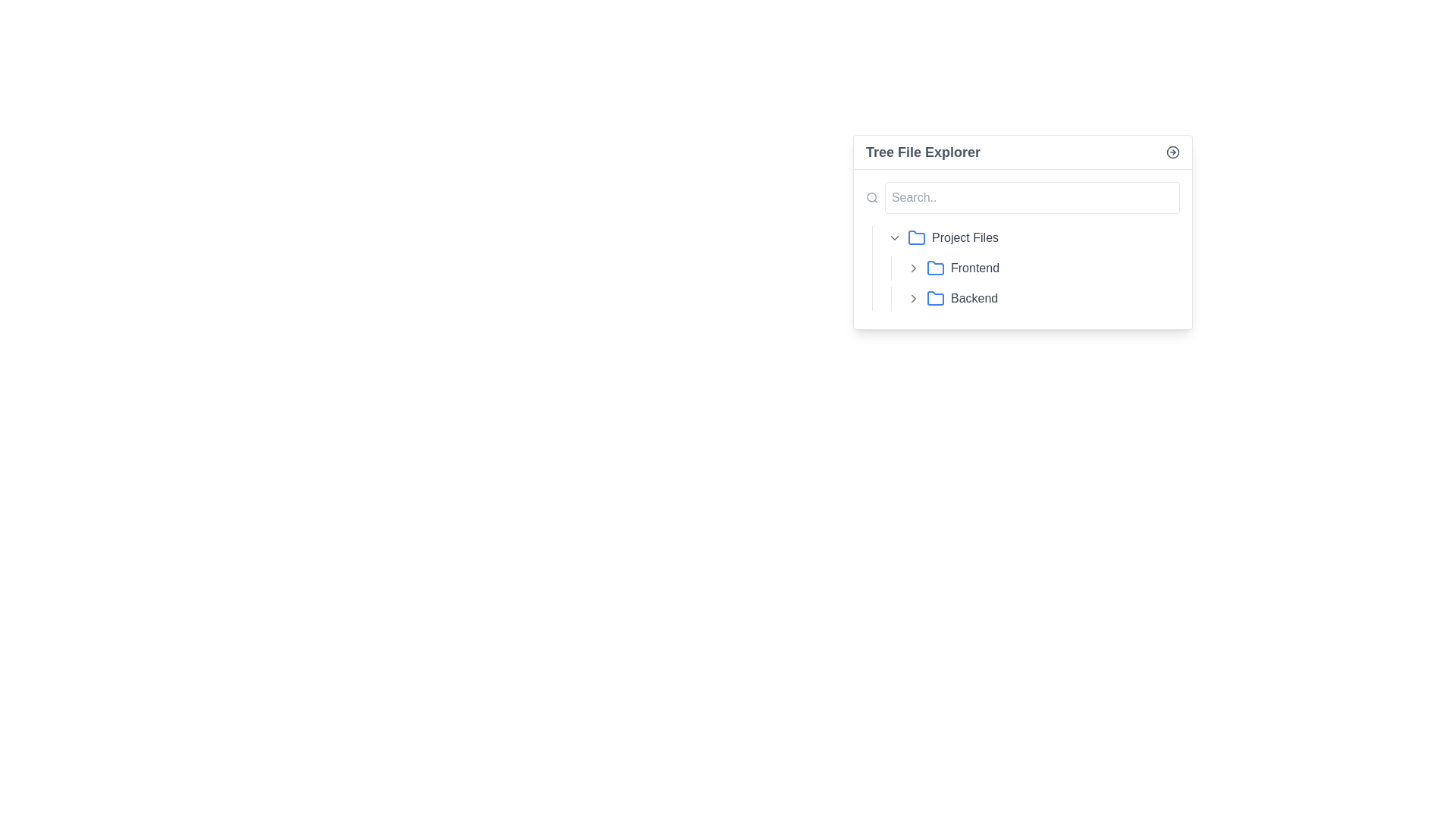 This screenshot has width=1456, height=819. What do you see at coordinates (1034, 268) in the screenshot?
I see `the 'Frontend' folder item in the tree view interface` at bounding box center [1034, 268].